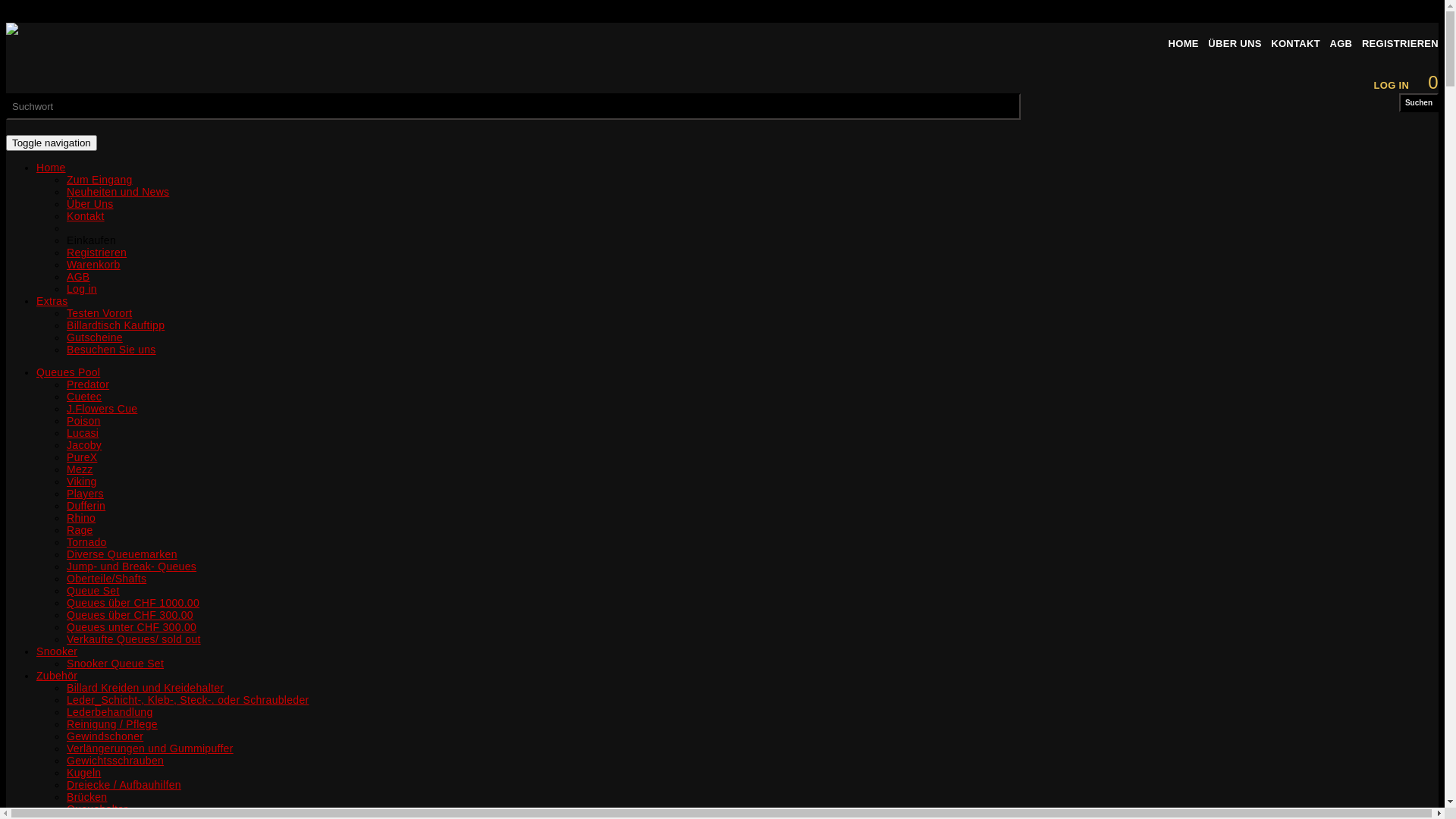 The height and width of the screenshot is (819, 1456). What do you see at coordinates (65, 312) in the screenshot?
I see `'Testen Vorort'` at bounding box center [65, 312].